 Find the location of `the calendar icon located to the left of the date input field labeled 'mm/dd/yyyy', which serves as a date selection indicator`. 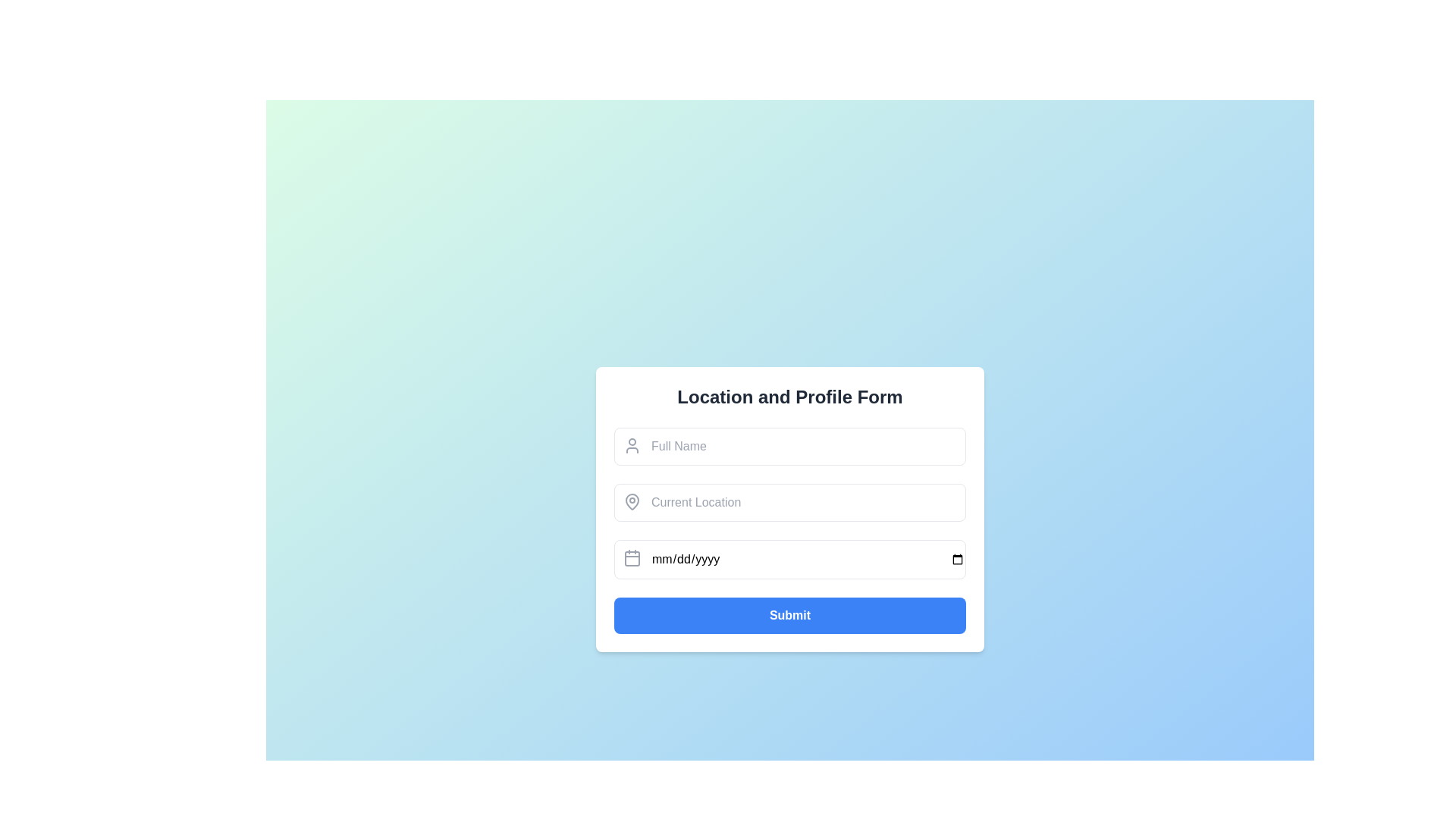

the calendar icon located to the left of the date input field labeled 'mm/dd/yyyy', which serves as a date selection indicator is located at coordinates (632, 558).